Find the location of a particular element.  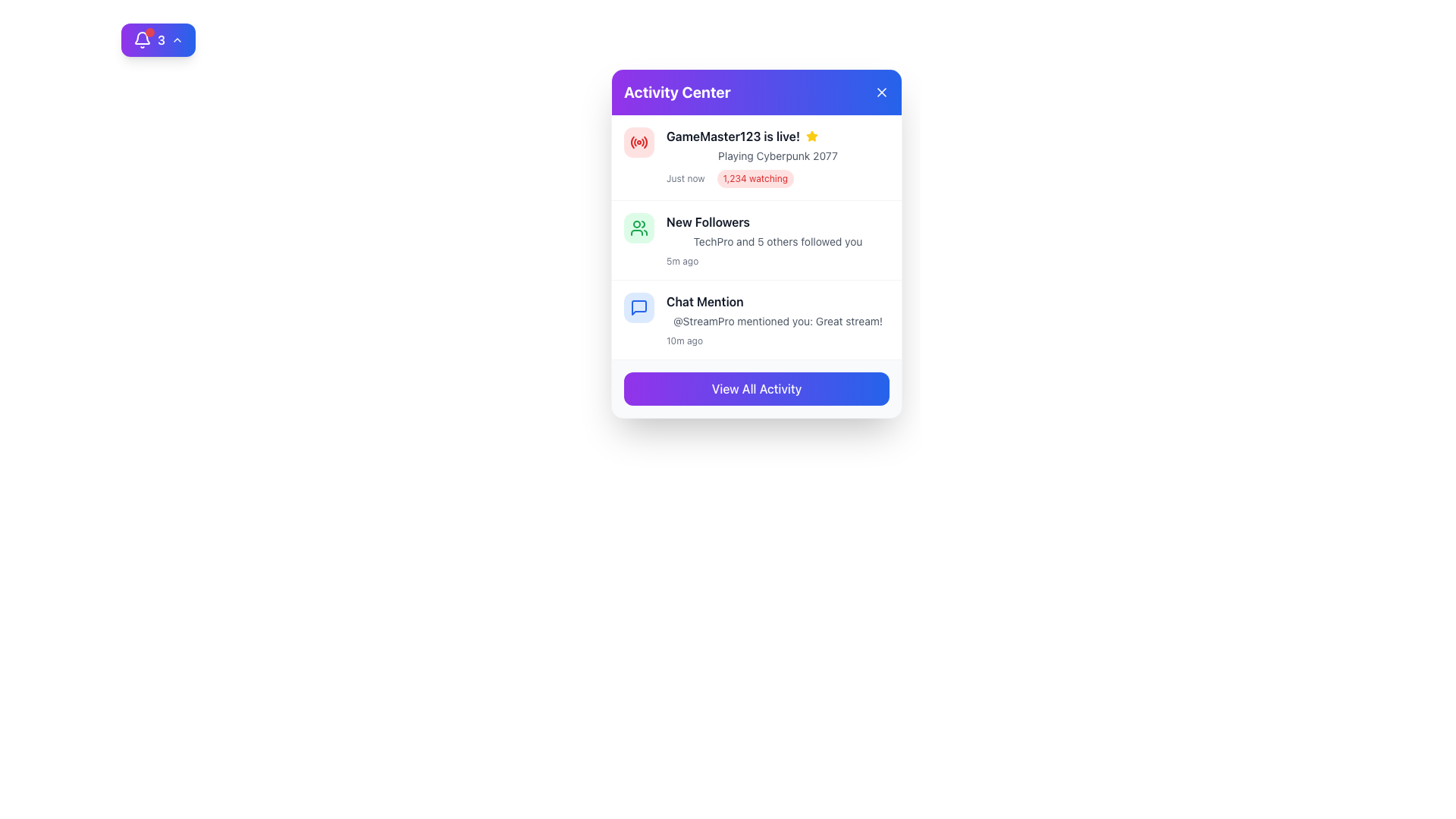

the chat notification icon positioned to the left of the '@StreamPro mentioned you: Great stream!' text in the 'Chat Mention' notification row is located at coordinates (639, 307).